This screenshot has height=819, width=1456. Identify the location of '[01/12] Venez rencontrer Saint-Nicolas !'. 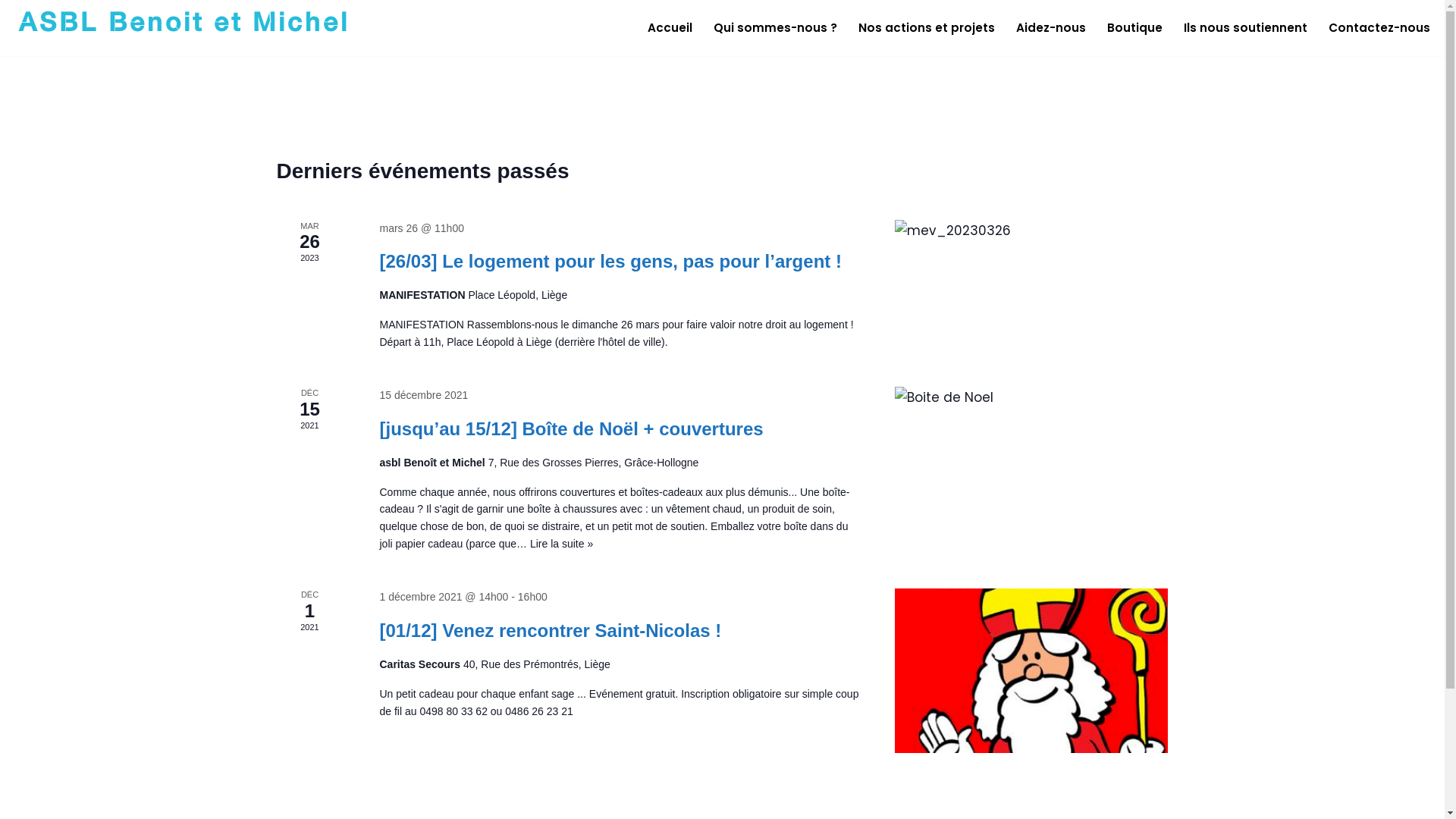
(1031, 669).